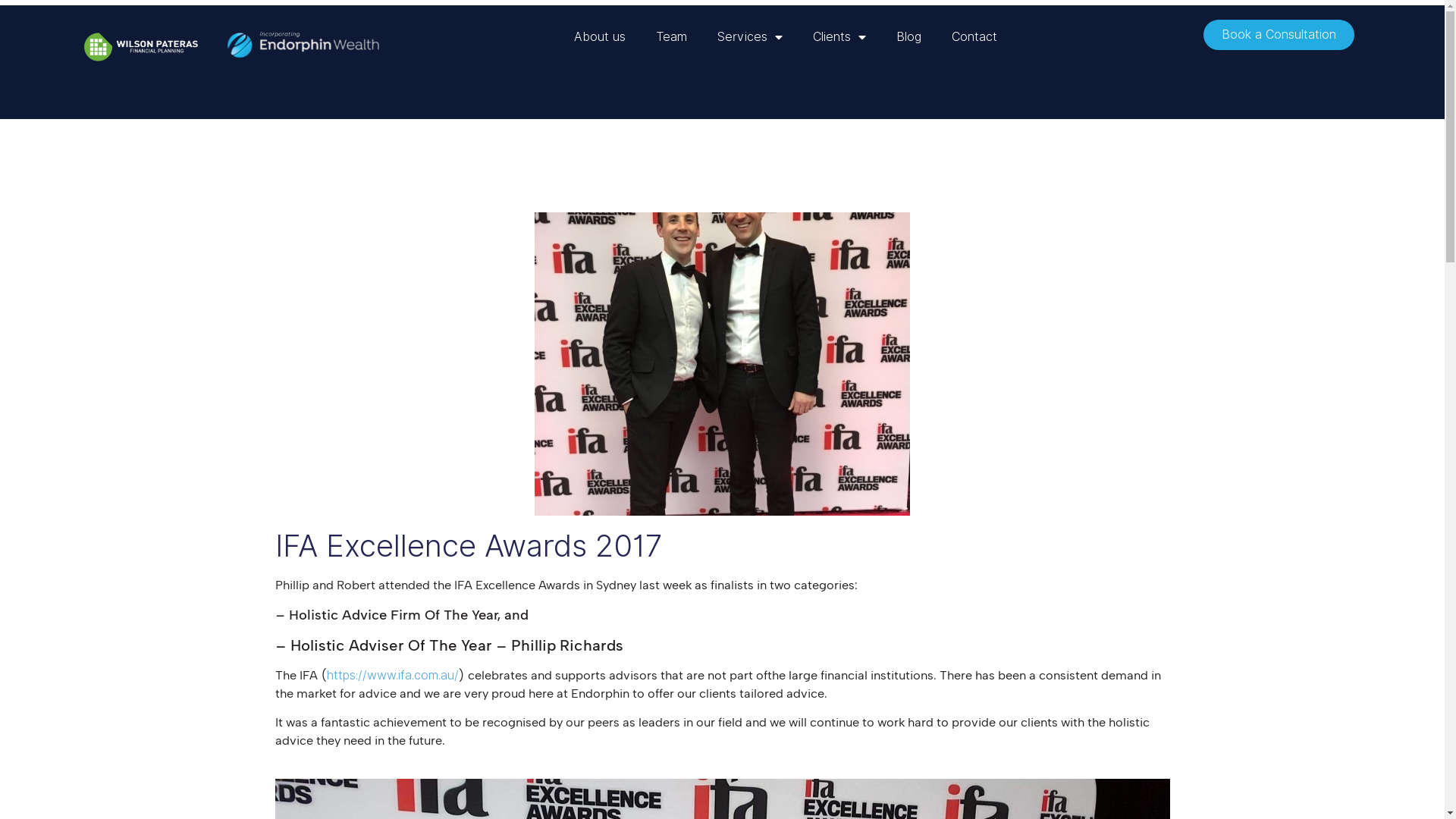 This screenshot has width=1456, height=819. What do you see at coordinates (1278, 34) in the screenshot?
I see `'Book a Consultation'` at bounding box center [1278, 34].